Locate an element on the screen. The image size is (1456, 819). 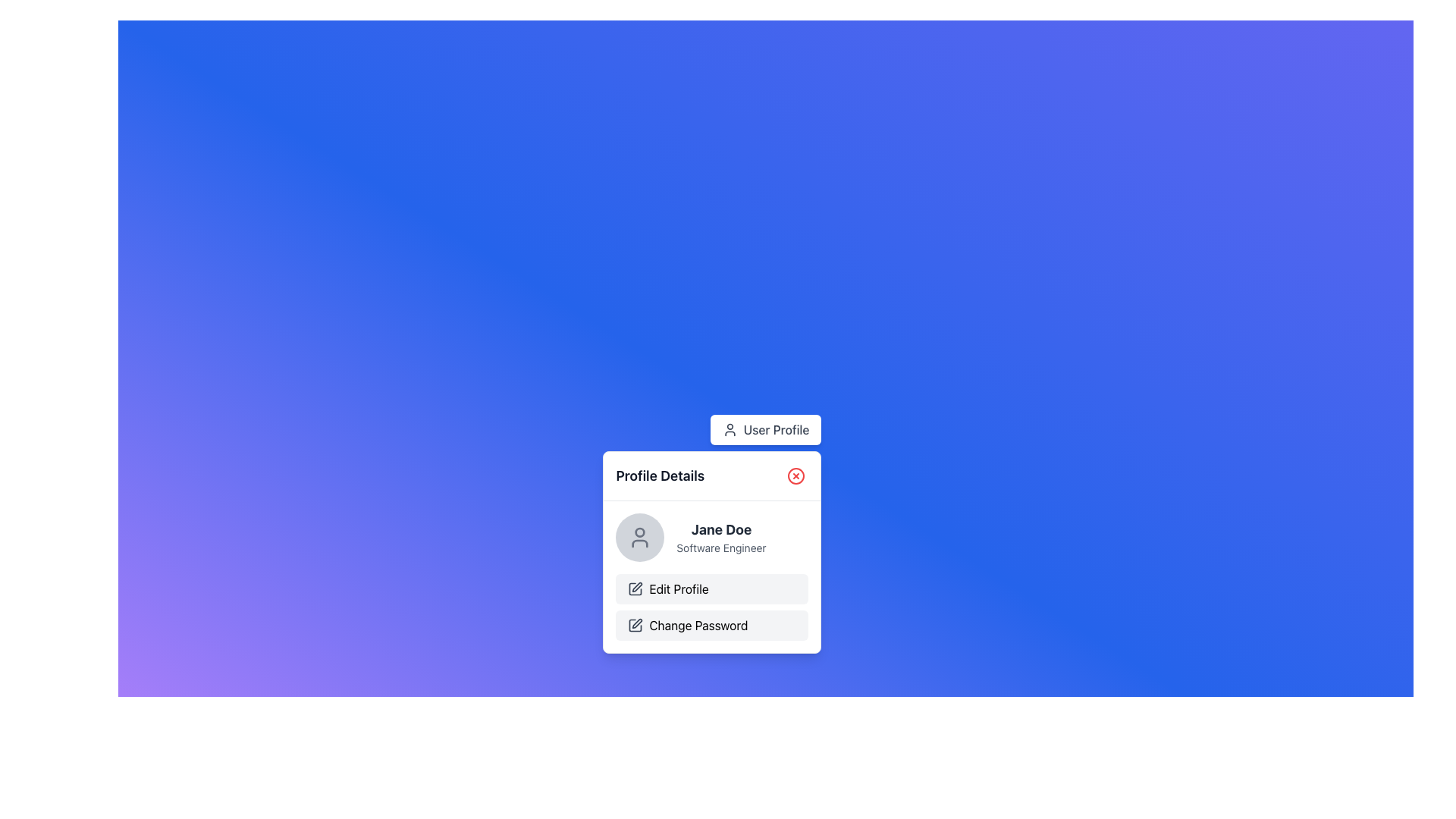
the square-shaped icon featuring a pencil symbol that is part of the 'Edit Profile' button in the profile details section is located at coordinates (635, 588).